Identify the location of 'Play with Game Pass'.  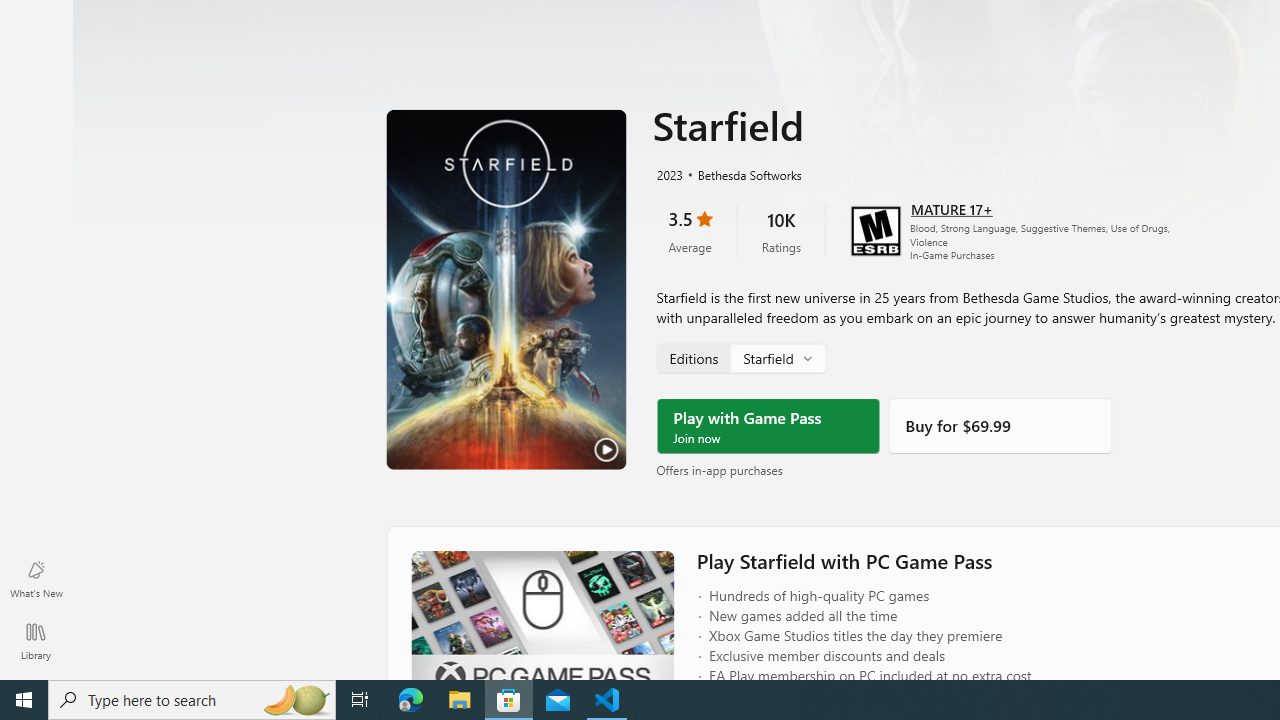
(767, 425).